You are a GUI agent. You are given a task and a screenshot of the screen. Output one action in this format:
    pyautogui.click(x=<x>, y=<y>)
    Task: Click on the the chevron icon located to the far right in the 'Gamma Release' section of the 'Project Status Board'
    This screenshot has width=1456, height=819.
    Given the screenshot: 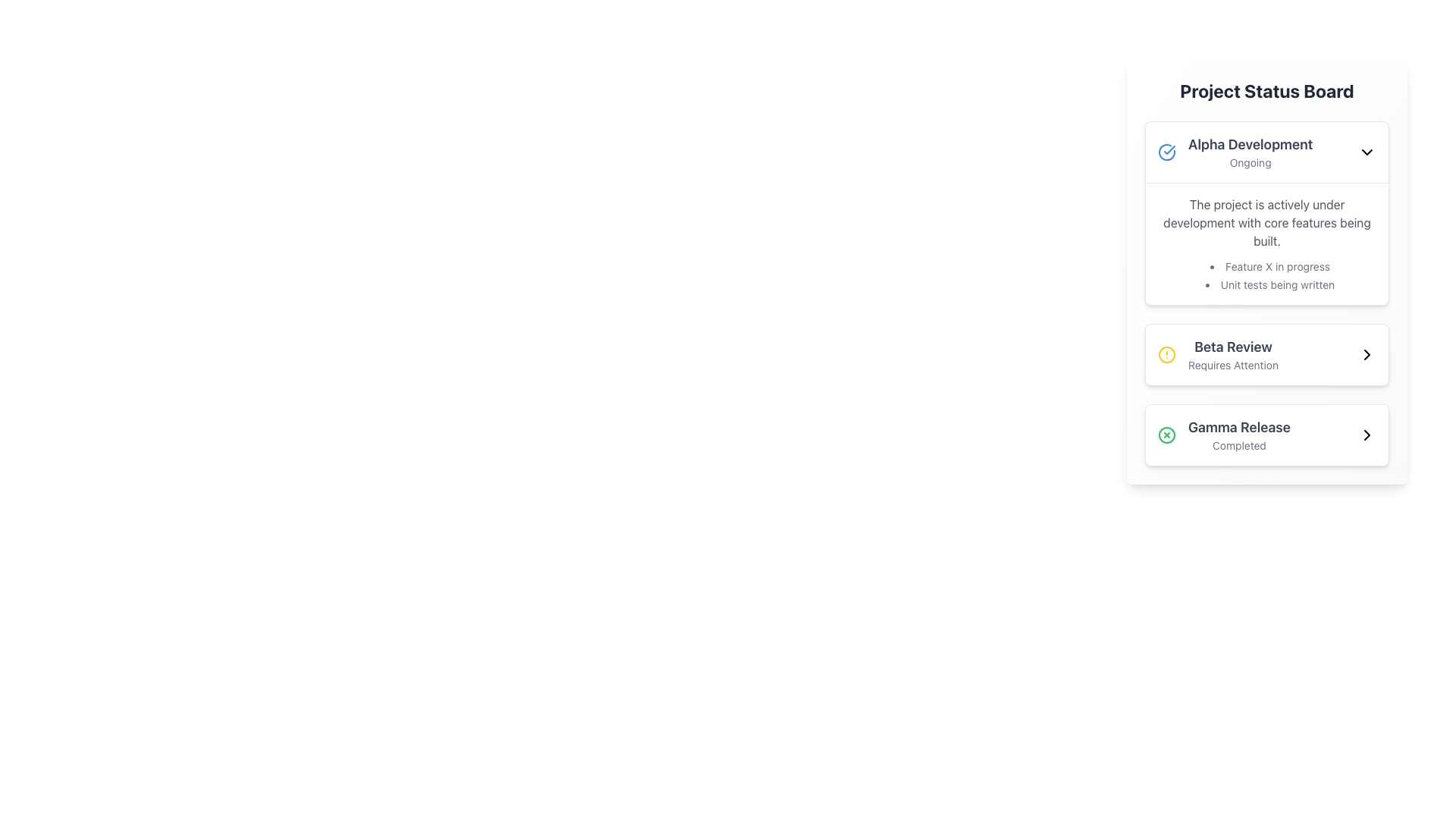 What is the action you would take?
    pyautogui.click(x=1367, y=435)
    